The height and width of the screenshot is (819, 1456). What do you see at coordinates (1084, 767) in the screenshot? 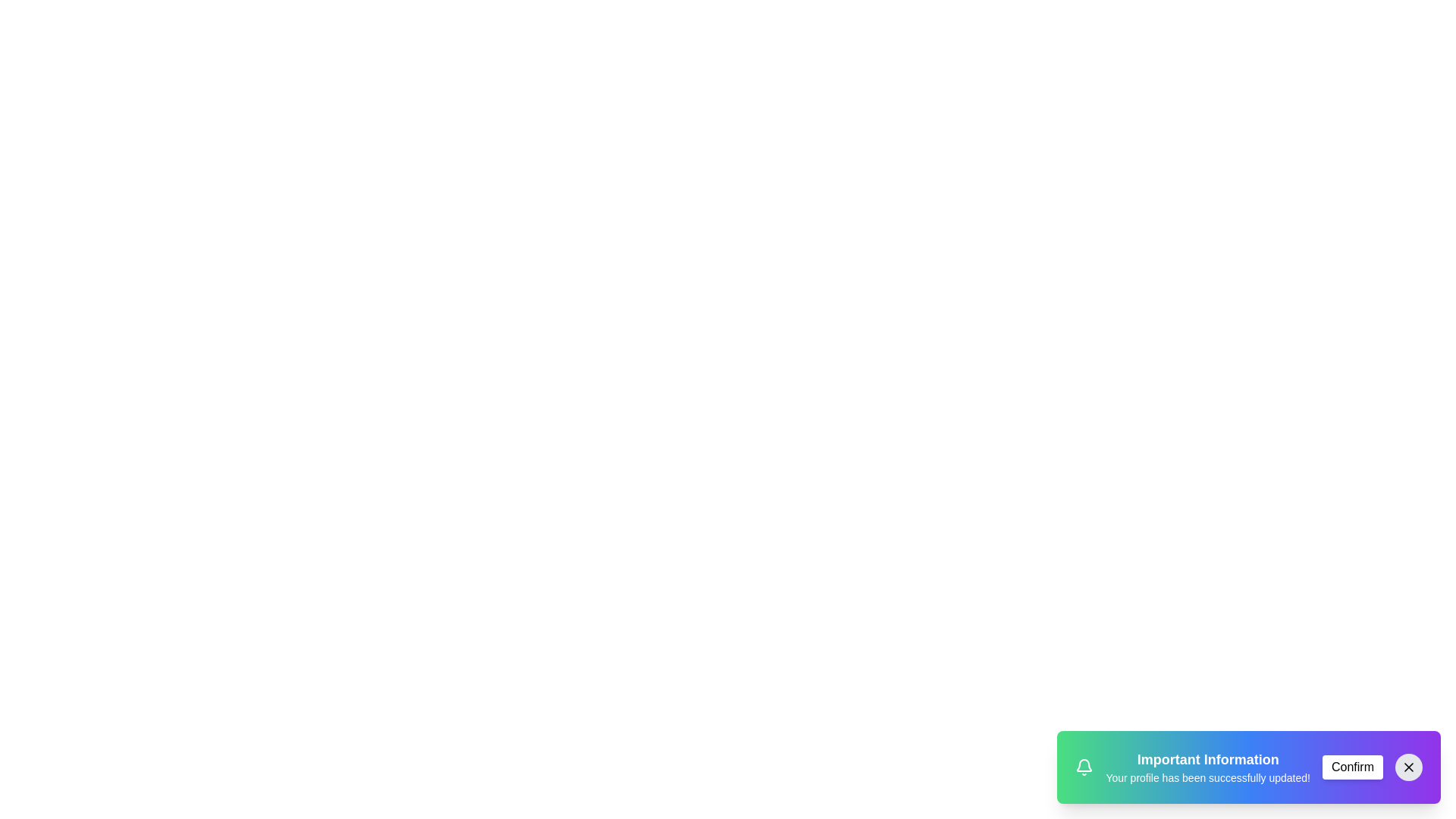
I see `the bell icon in the snackbar` at bounding box center [1084, 767].